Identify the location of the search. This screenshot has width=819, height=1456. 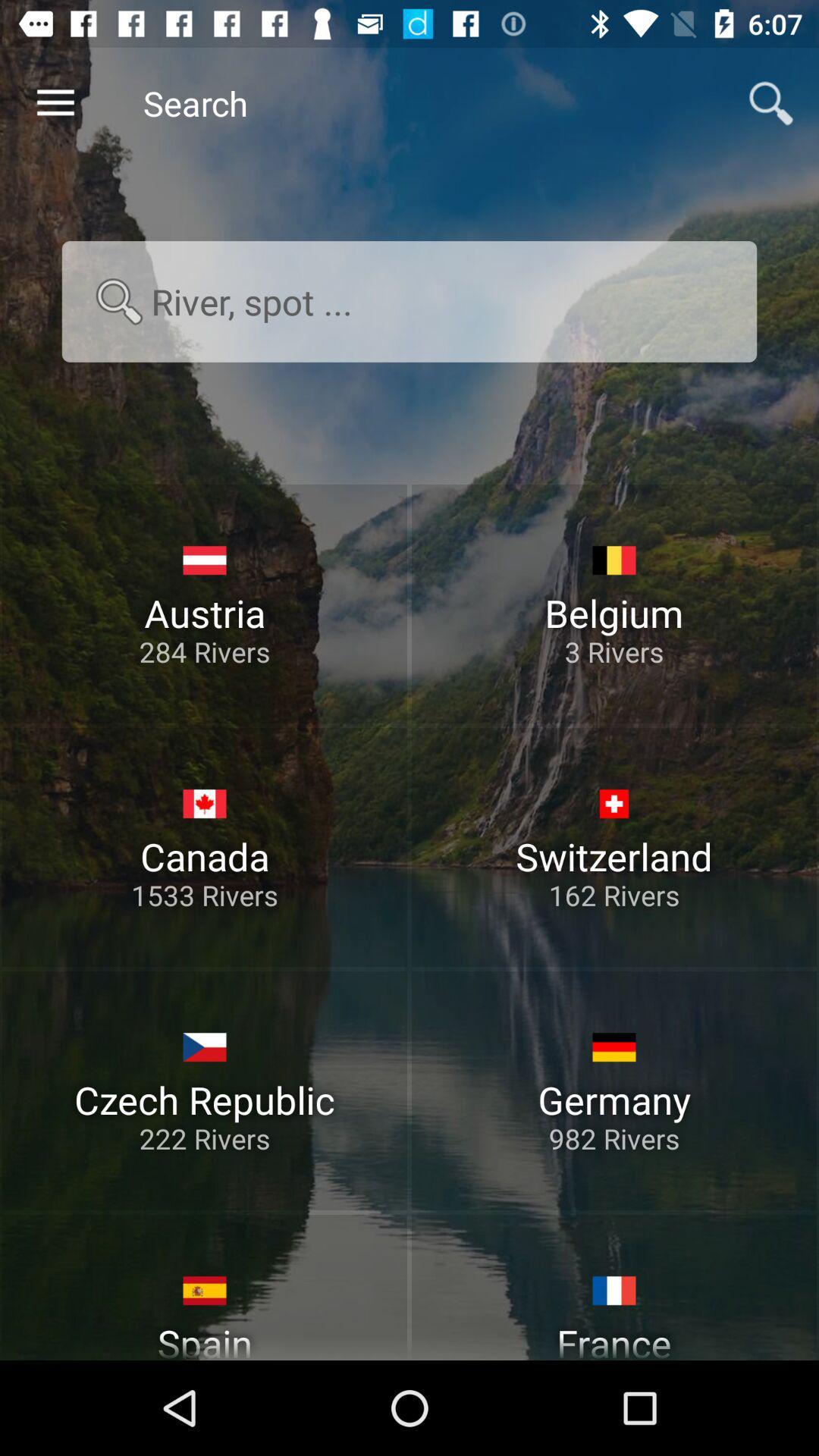
(409, 301).